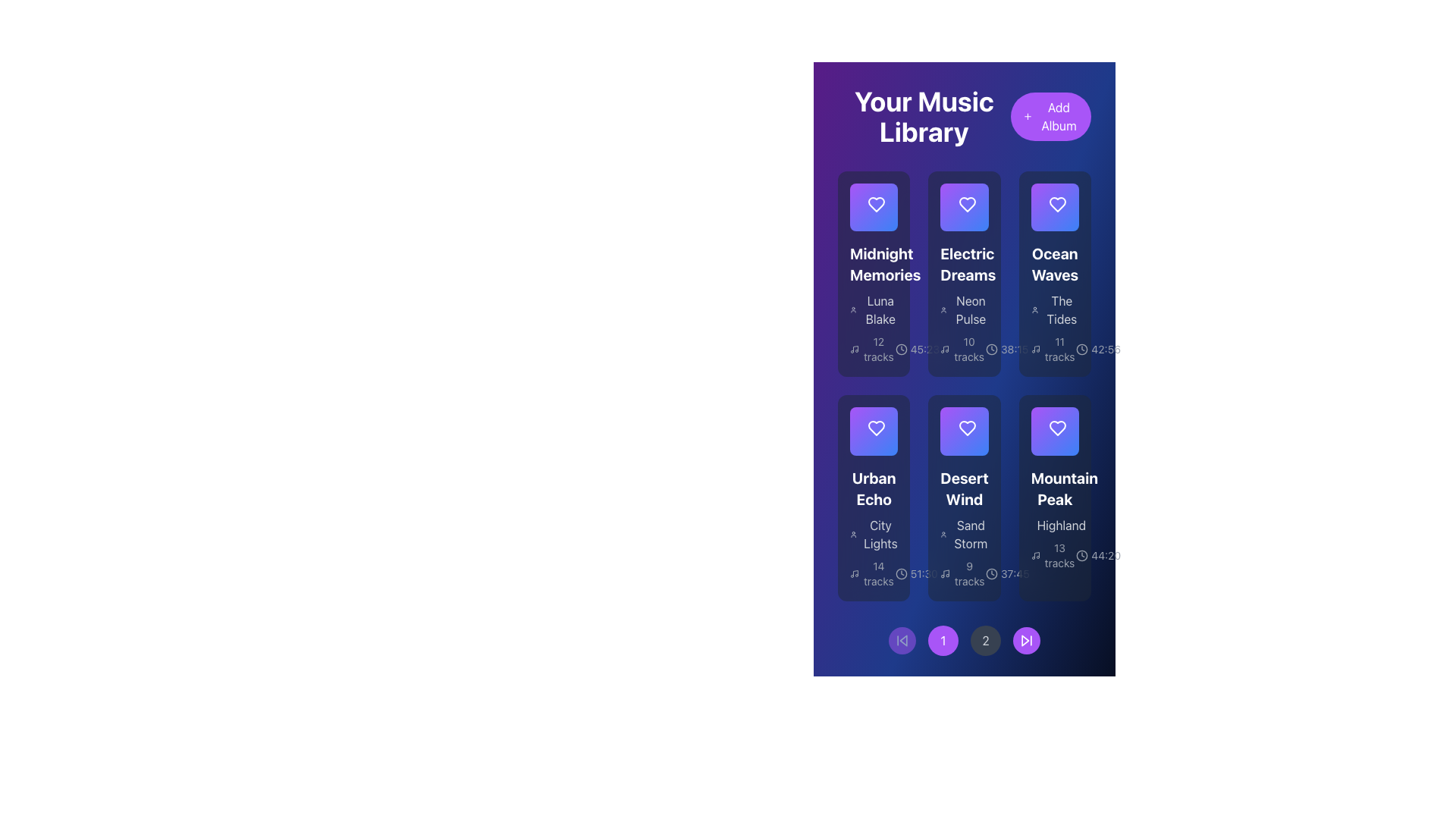 The height and width of the screenshot is (819, 1456). What do you see at coordinates (986, 640) in the screenshot?
I see `the circular button with a dark gray background and a light gray number '2' in the center` at bounding box center [986, 640].